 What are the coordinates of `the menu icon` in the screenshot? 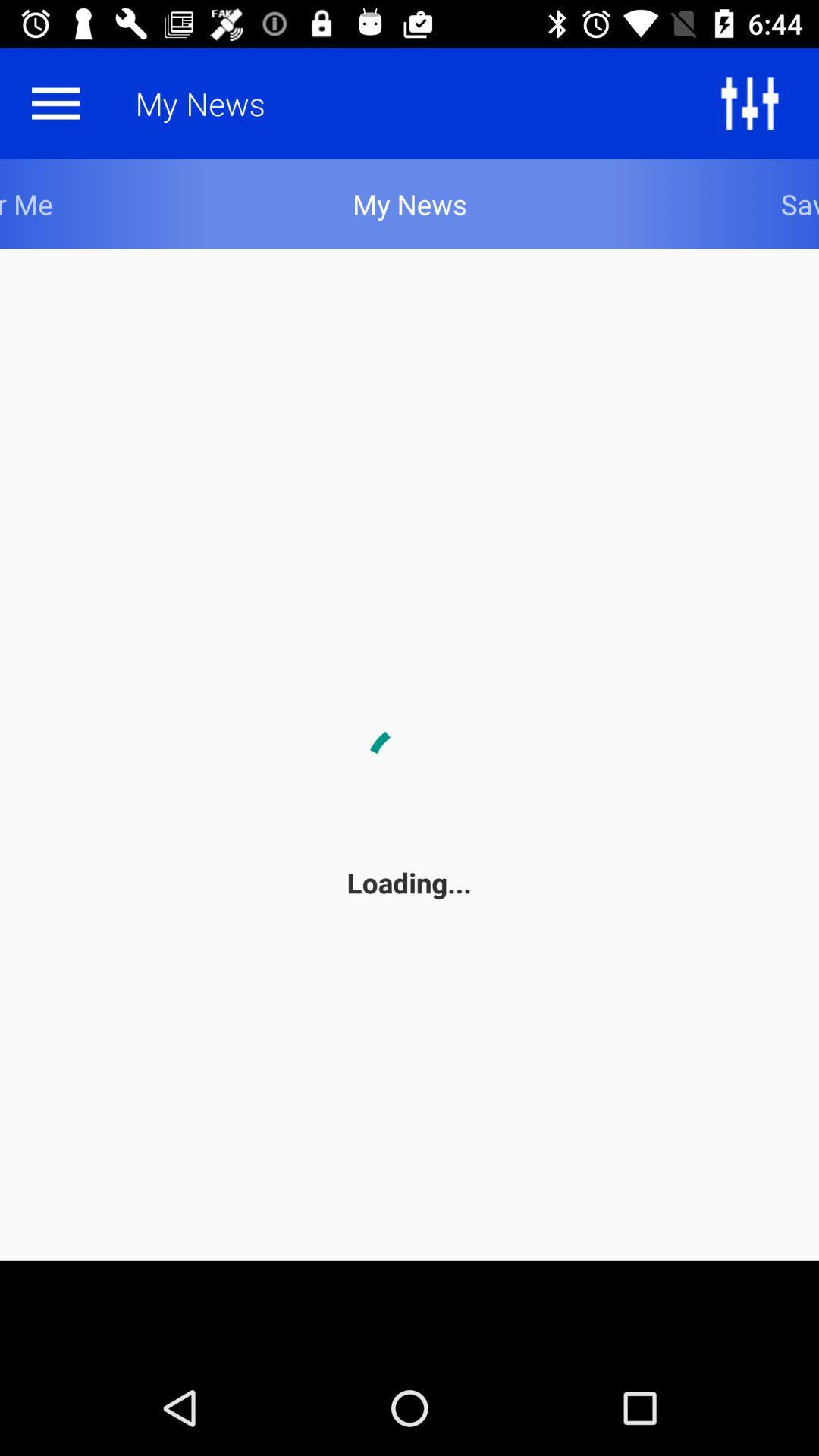 It's located at (55, 102).